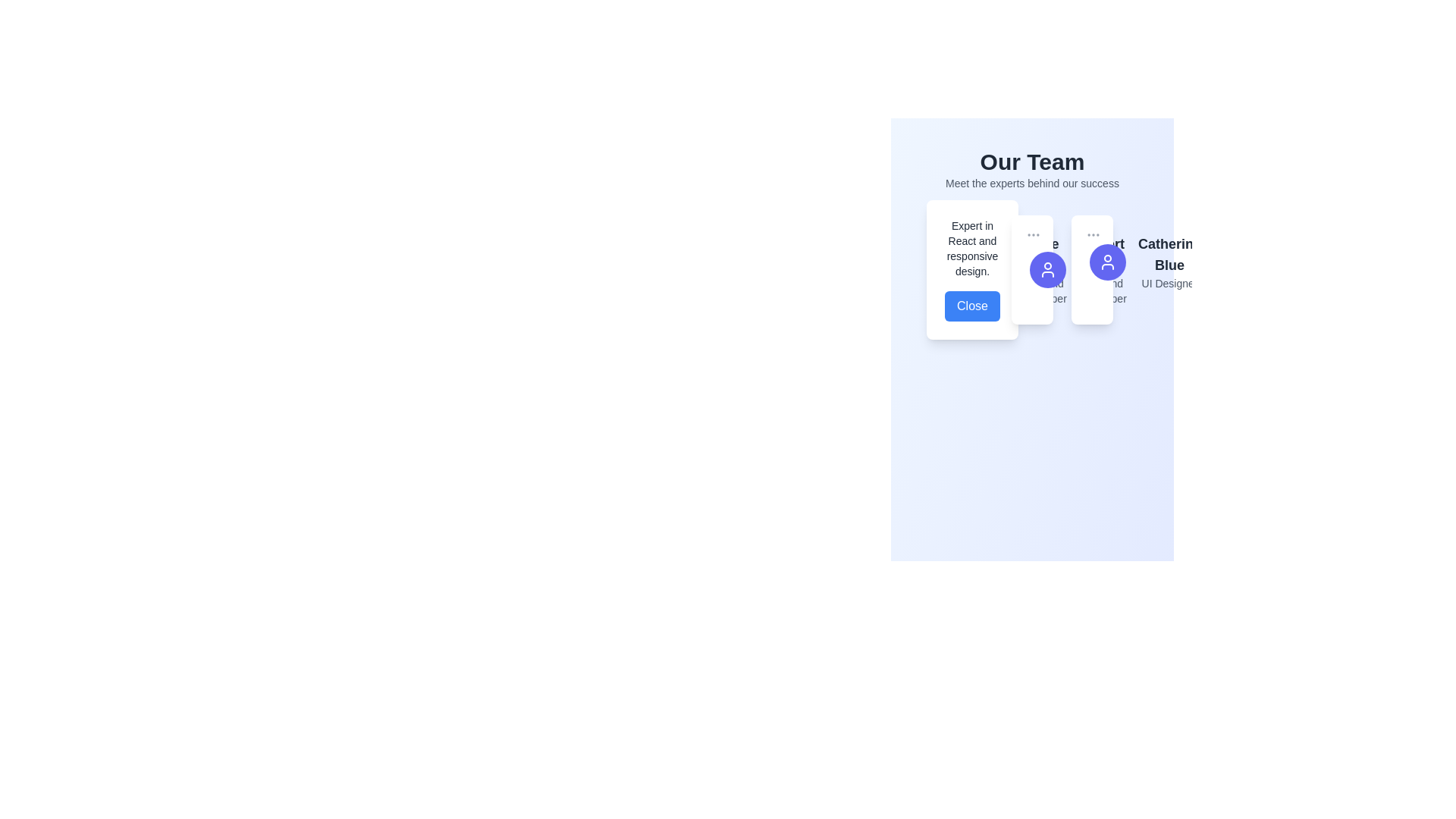 The image size is (1456, 819). What do you see at coordinates (1047, 268) in the screenshot?
I see `the Profile Avatar, which is a circular element with a purple background and a white user icon, located to the left of the text 'Robert Brown' and 'Backend Developer'` at bounding box center [1047, 268].